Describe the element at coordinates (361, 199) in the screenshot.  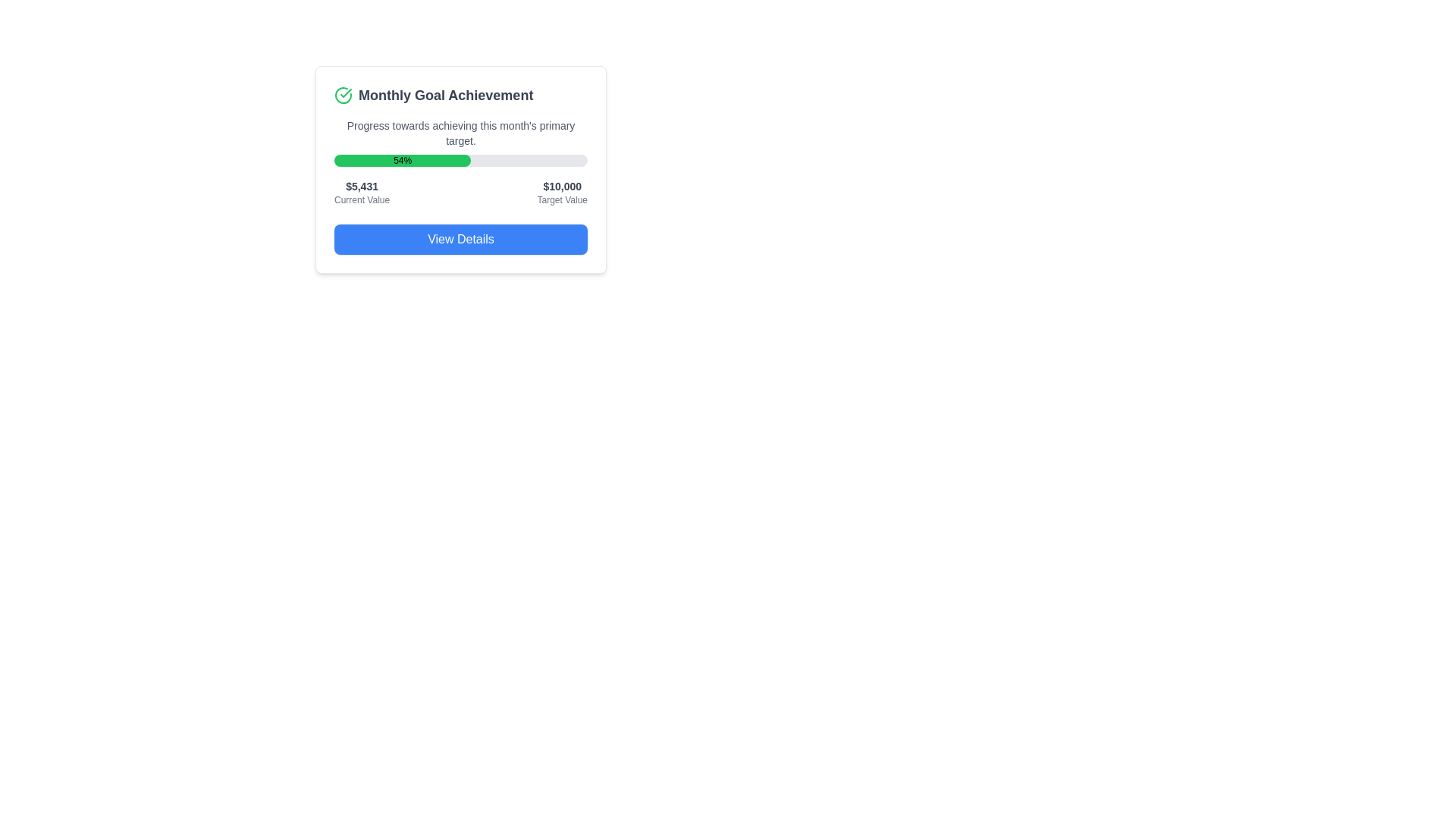
I see `the static label displaying 'Current Value' in light gray font, located below the larger text '$5,431' in the lower-left corner of the card` at that location.